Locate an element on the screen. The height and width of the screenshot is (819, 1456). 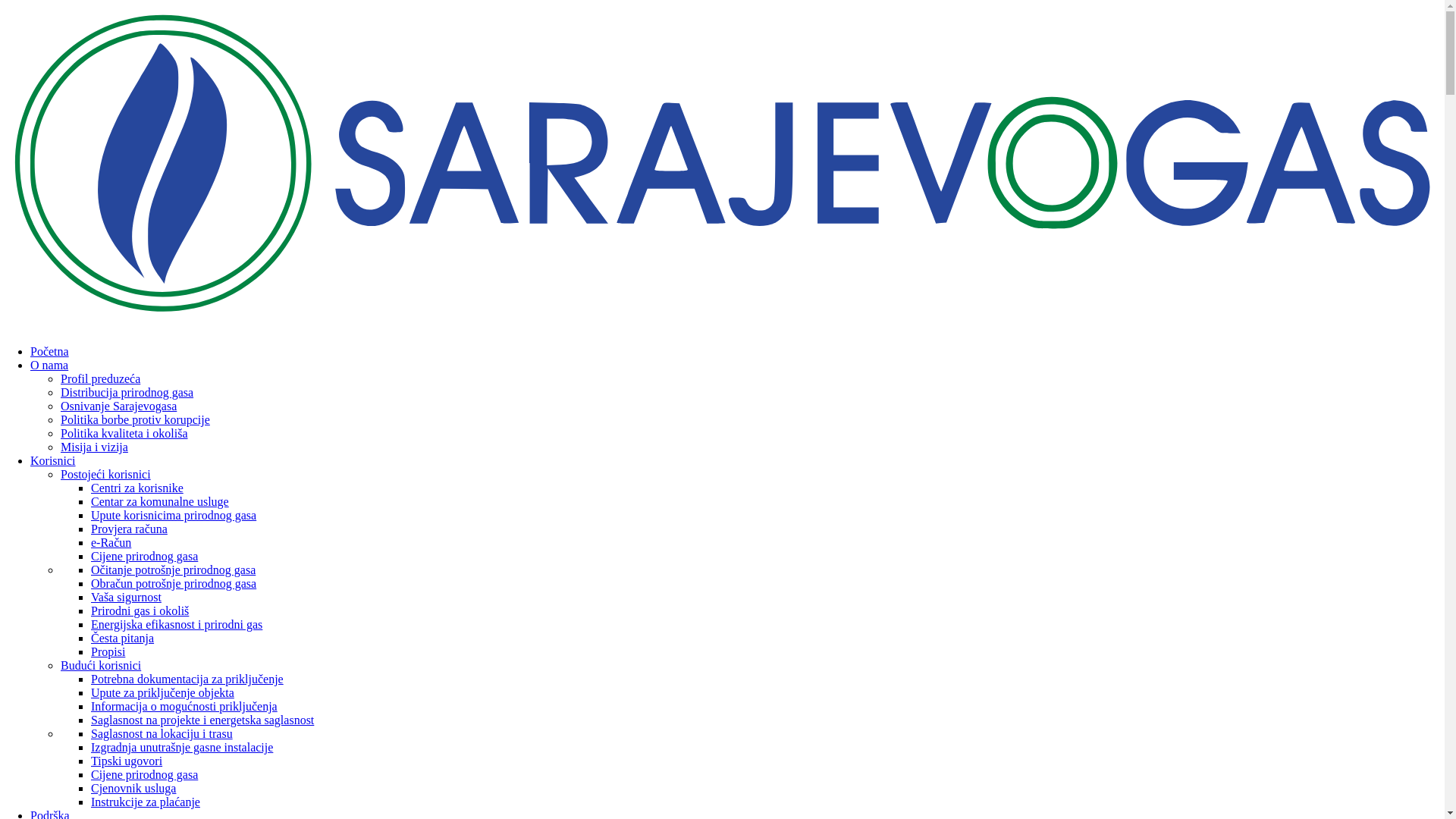
'Misija i vizija' is located at coordinates (93, 446).